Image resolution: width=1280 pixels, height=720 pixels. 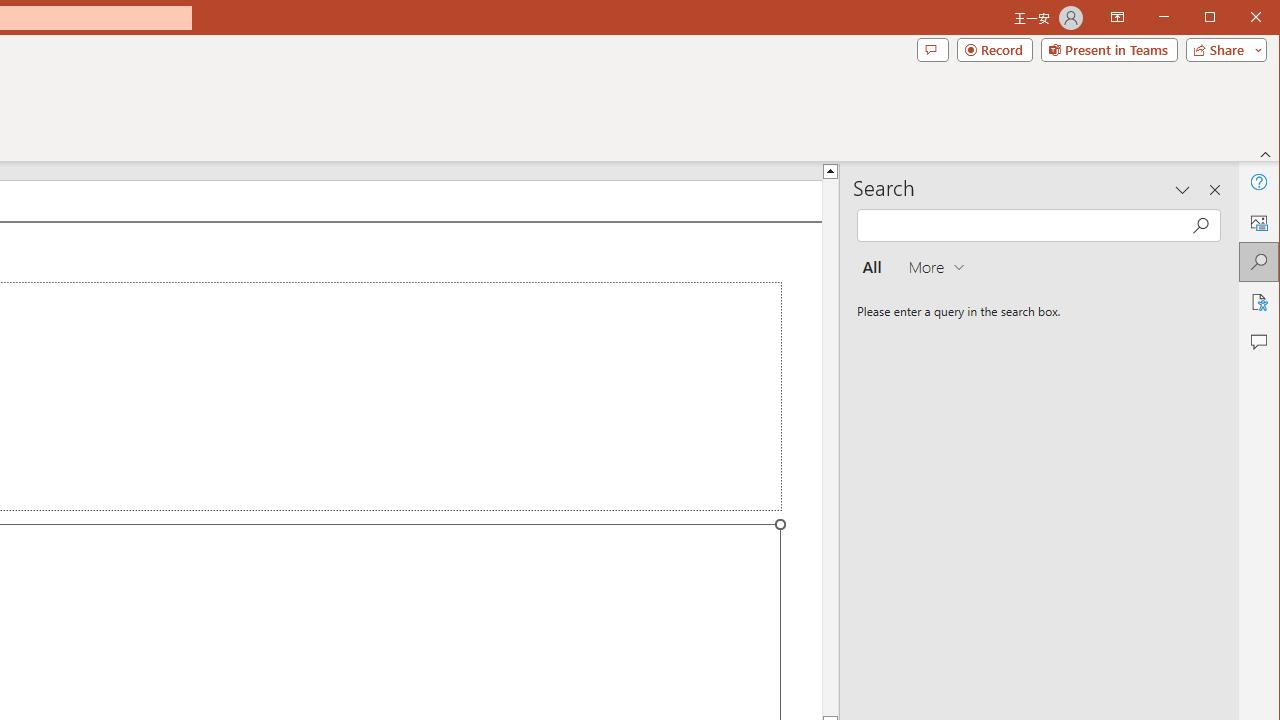 I want to click on 'Comments', so click(x=931, y=49).